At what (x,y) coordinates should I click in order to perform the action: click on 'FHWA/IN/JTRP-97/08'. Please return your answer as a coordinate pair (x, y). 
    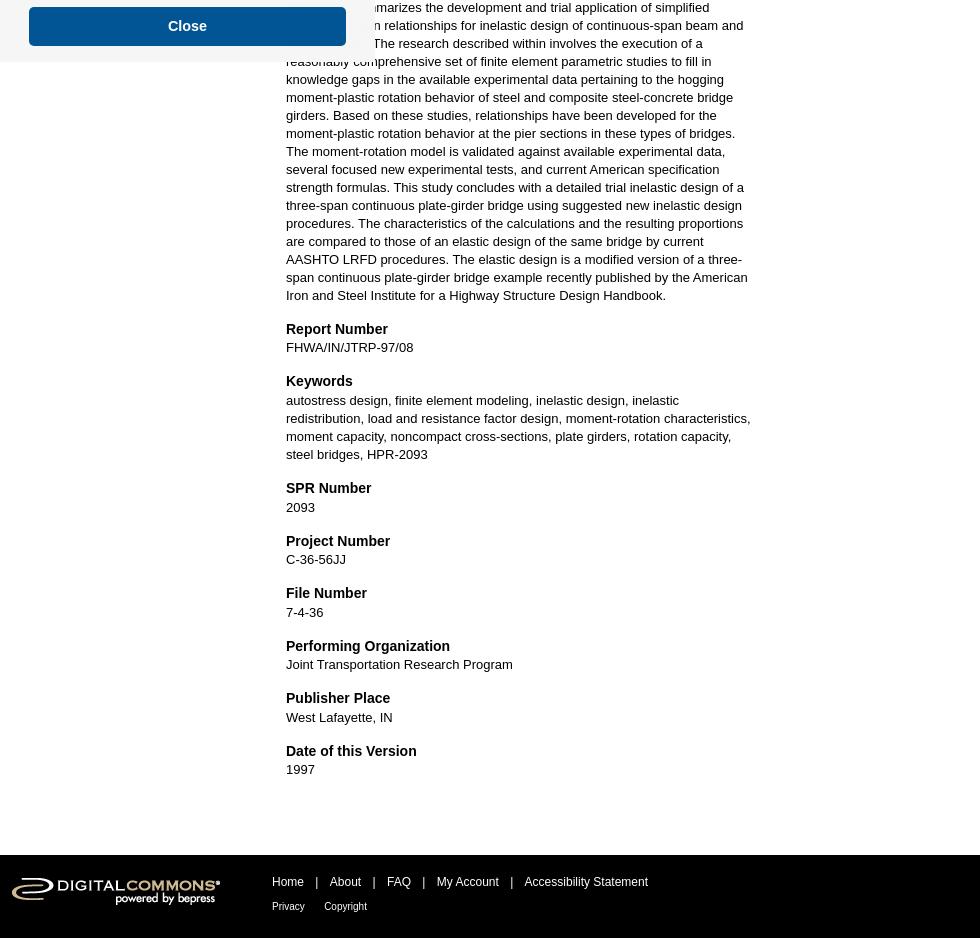
    Looking at the image, I should click on (285, 347).